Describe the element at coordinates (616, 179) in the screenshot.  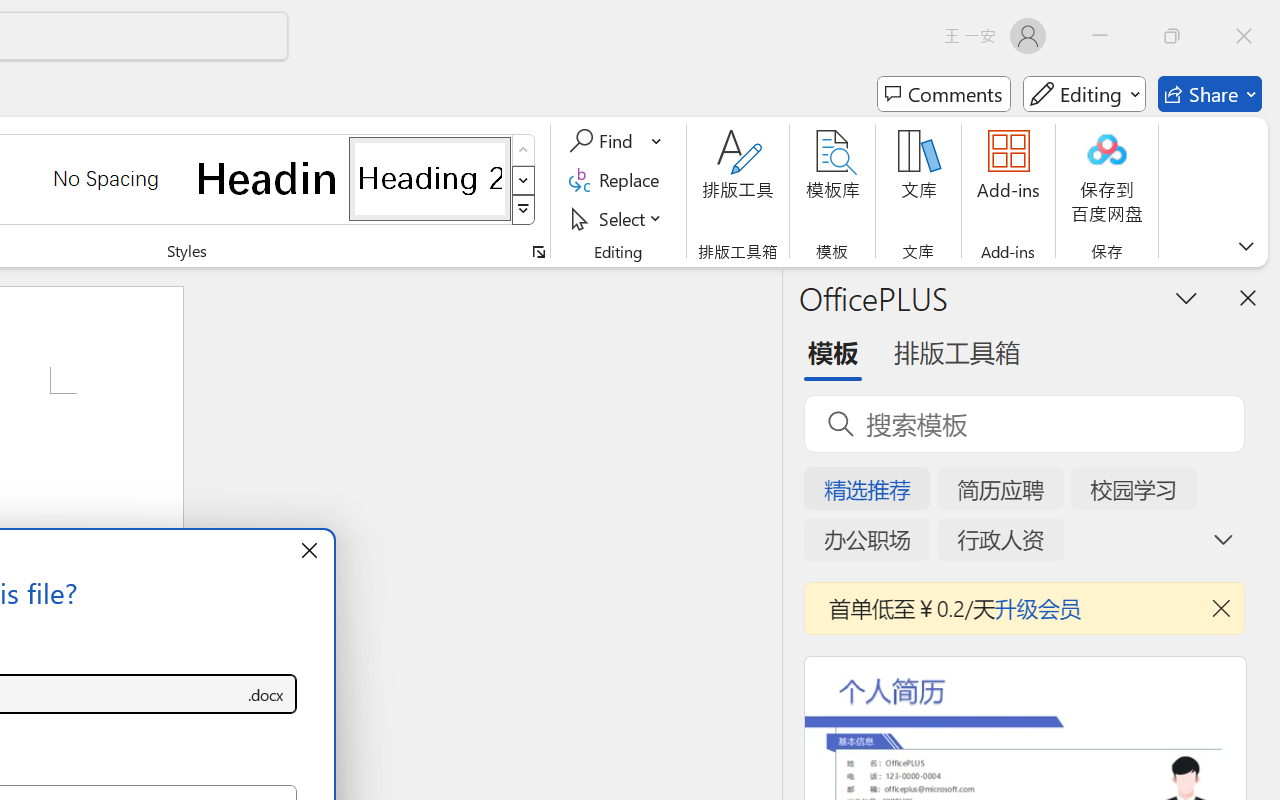
I see `'Replace...'` at that location.